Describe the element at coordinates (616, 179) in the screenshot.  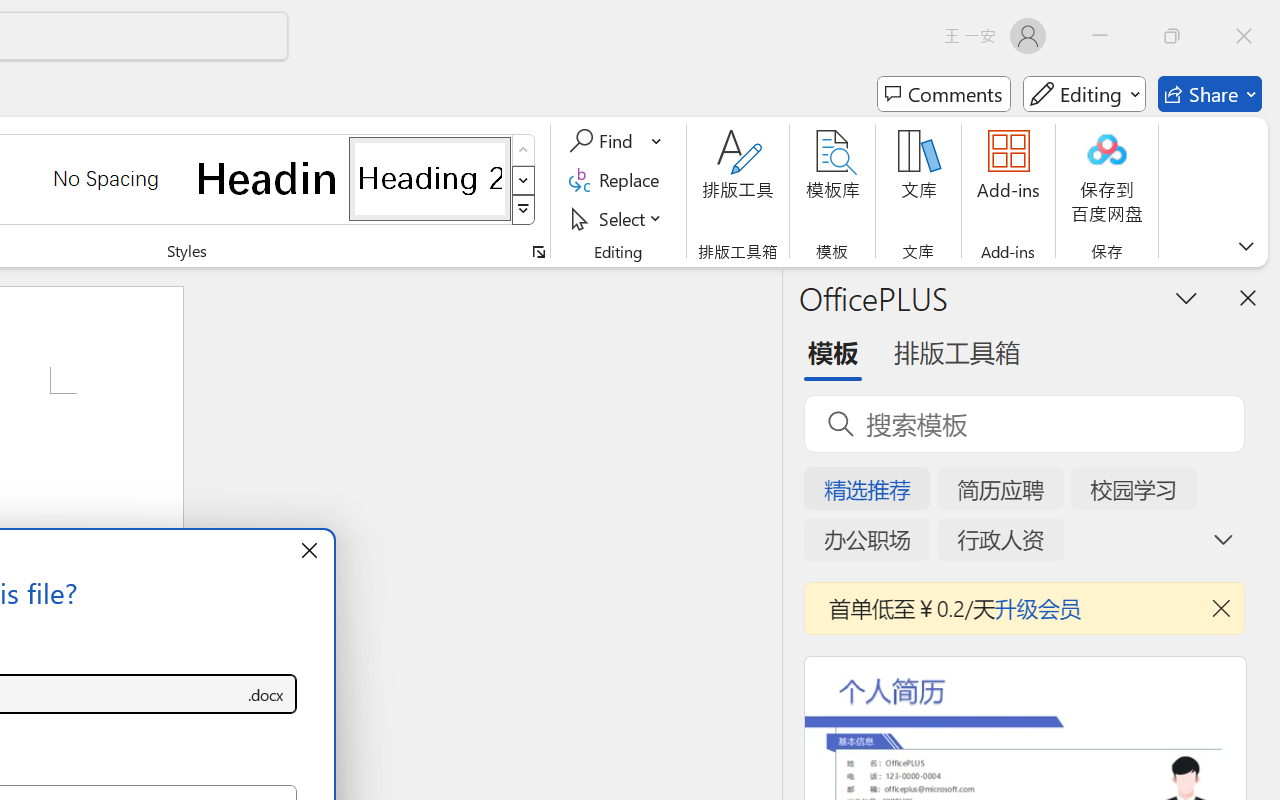
I see `'Replace...'` at that location.